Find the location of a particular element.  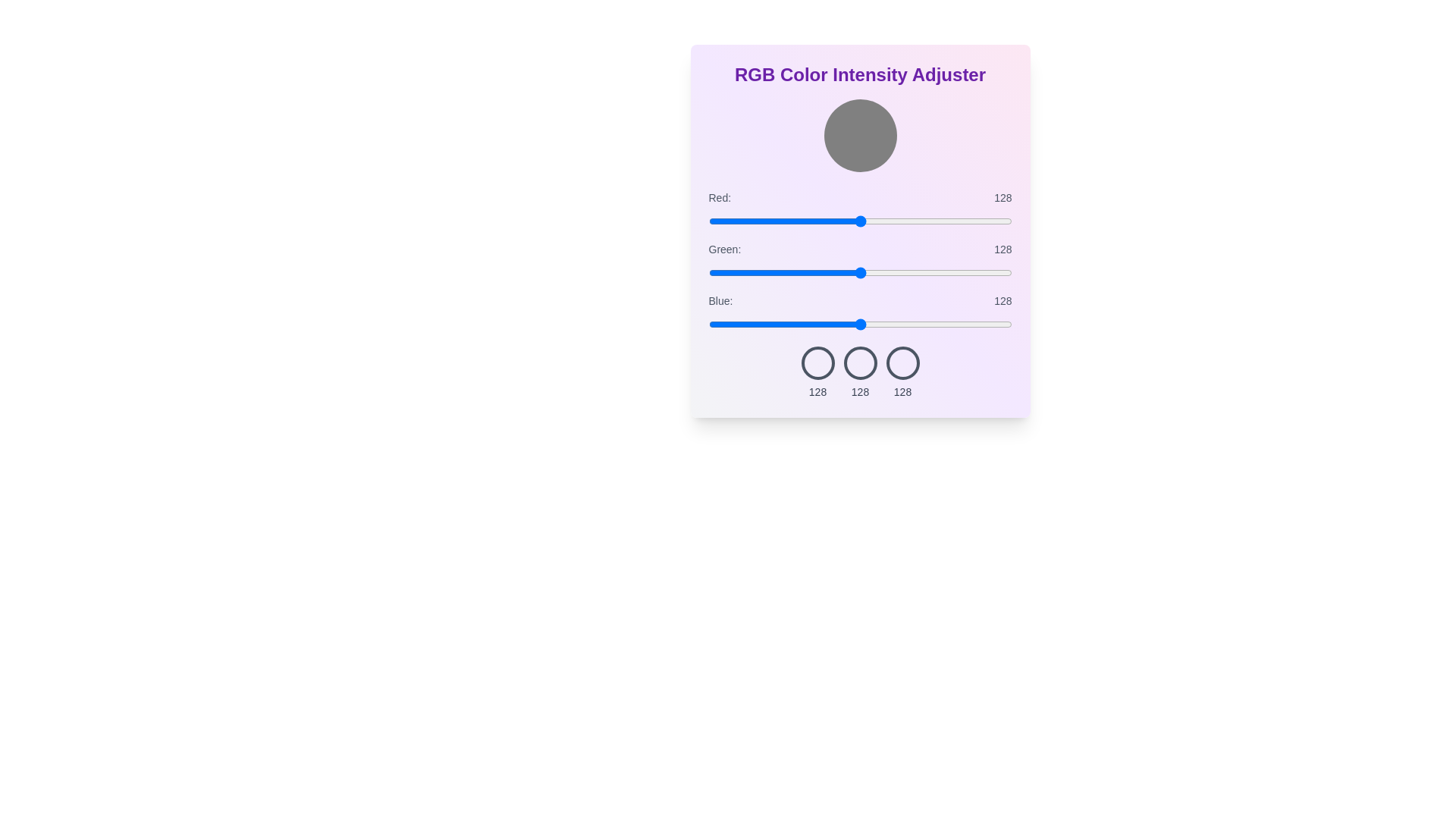

the green slider to set its intensity to 77 is located at coordinates (799, 271).